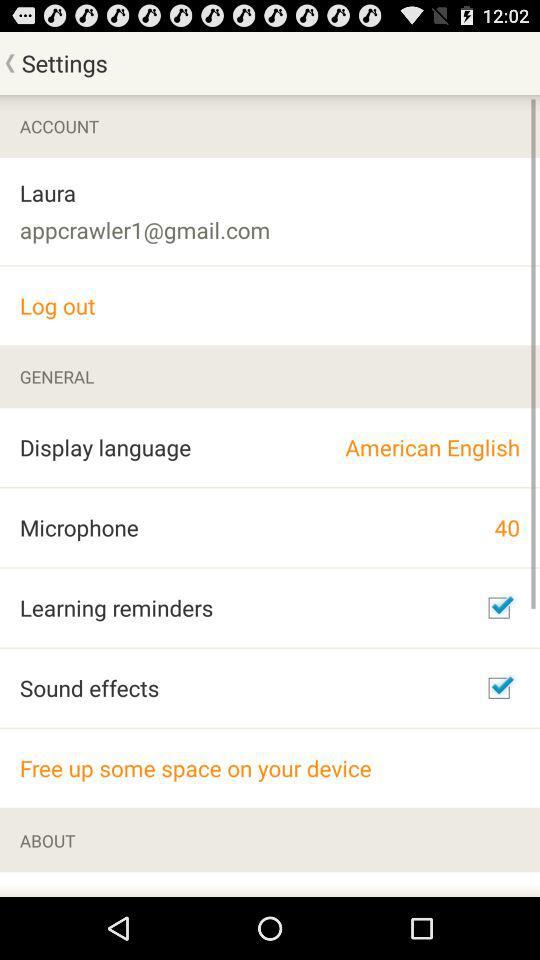  I want to click on the log out icon, so click(270, 305).